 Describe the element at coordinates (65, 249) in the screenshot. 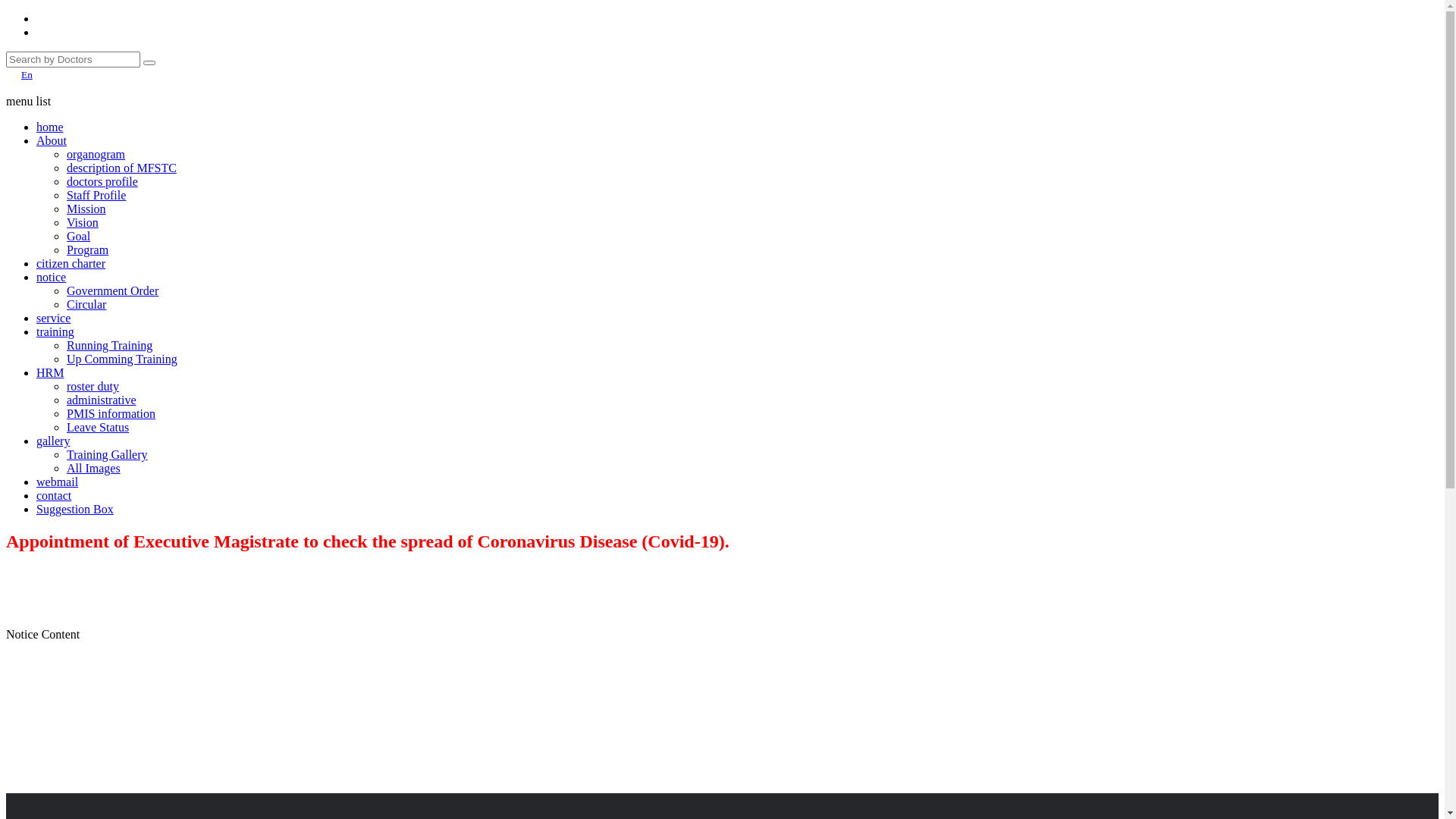

I see `'Program'` at that location.